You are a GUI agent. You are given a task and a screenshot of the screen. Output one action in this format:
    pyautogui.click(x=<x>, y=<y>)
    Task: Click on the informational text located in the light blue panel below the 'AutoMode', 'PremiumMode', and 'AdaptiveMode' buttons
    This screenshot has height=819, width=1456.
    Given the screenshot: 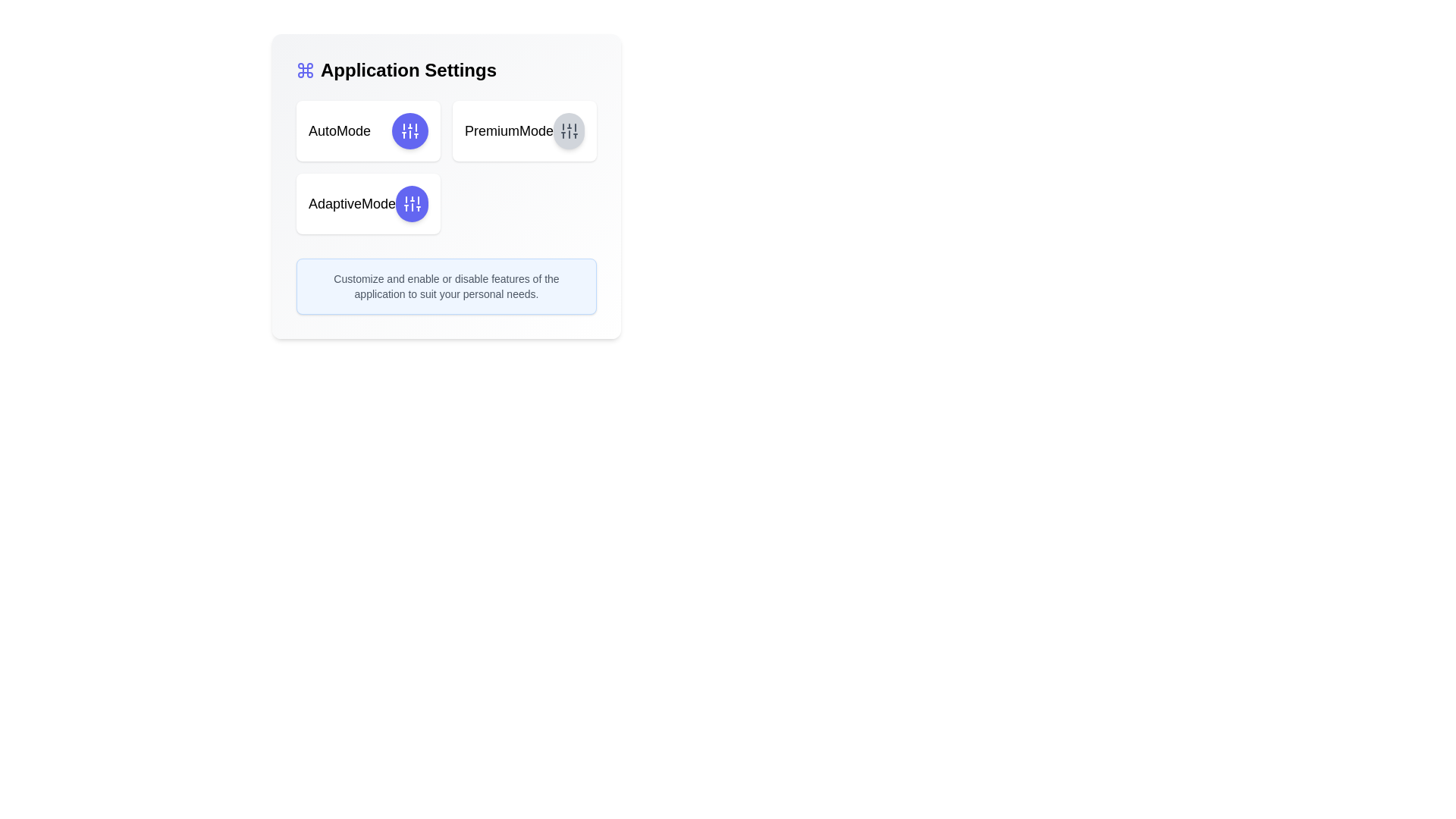 What is the action you would take?
    pyautogui.click(x=446, y=287)
    